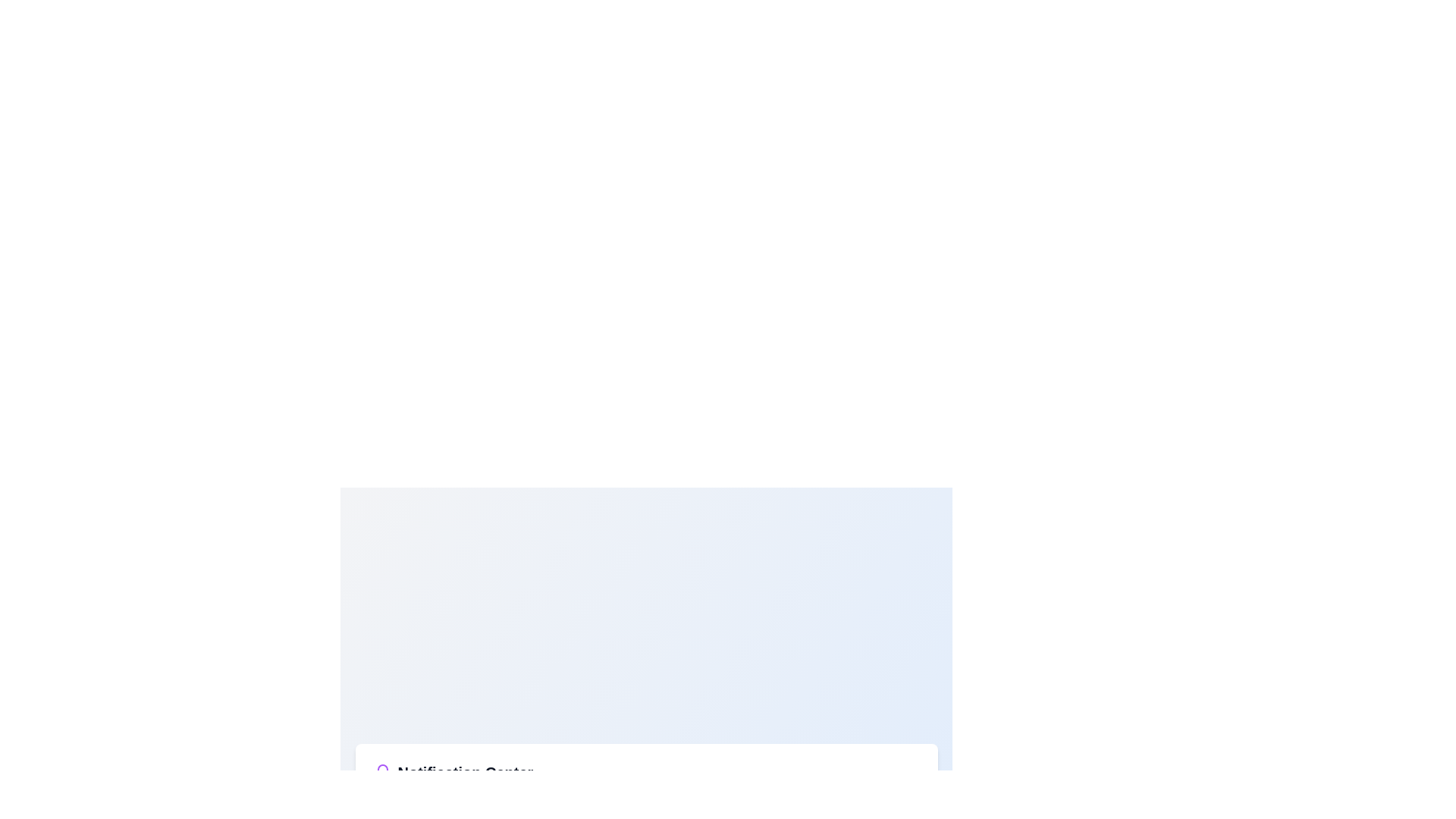 The height and width of the screenshot is (819, 1456). Describe the element at coordinates (382, 772) in the screenshot. I see `the bell icon located to the left of the 'Notification Center' text` at that location.